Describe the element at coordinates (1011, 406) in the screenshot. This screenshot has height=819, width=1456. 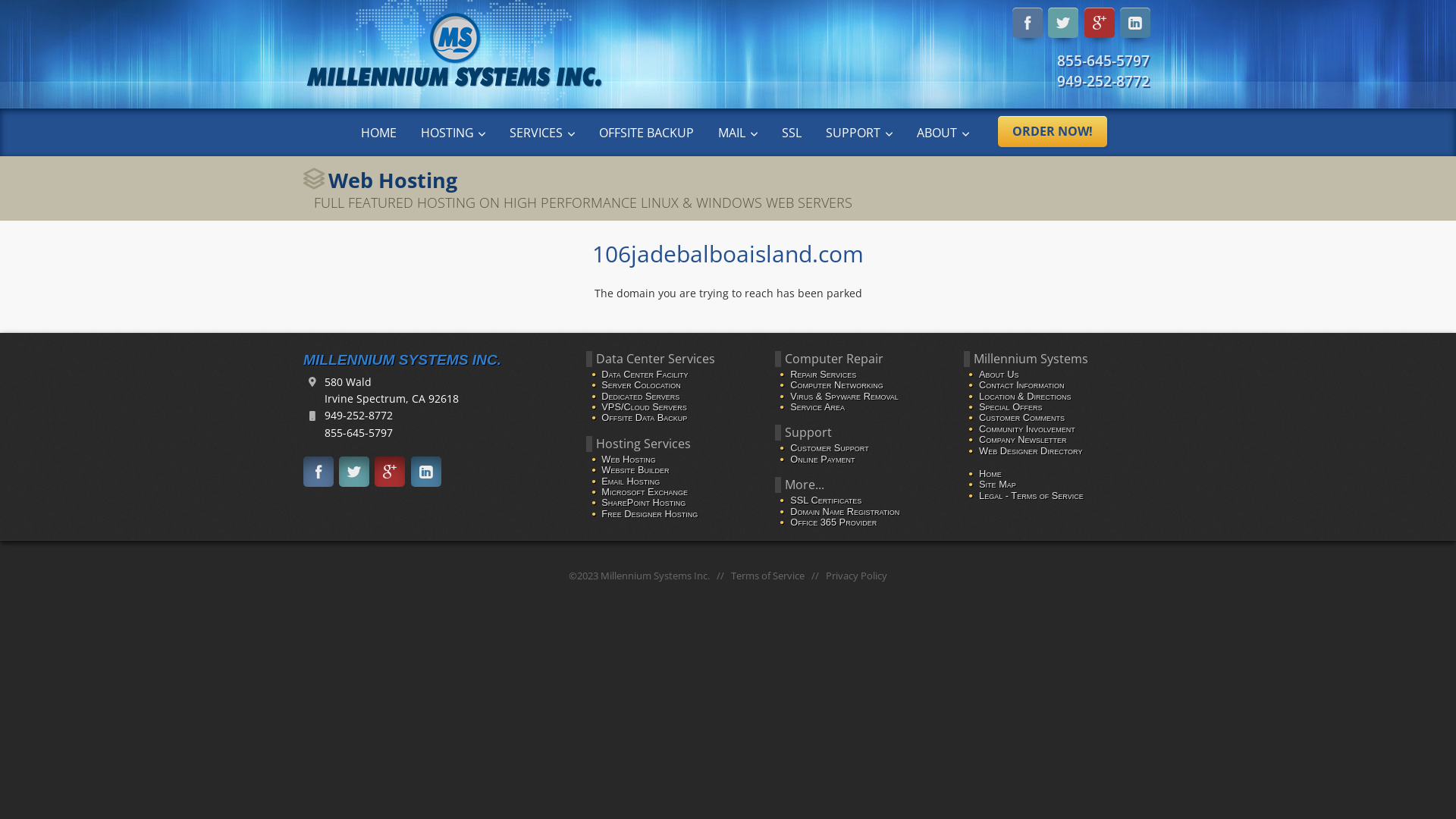
I see `'Special Offers'` at that location.